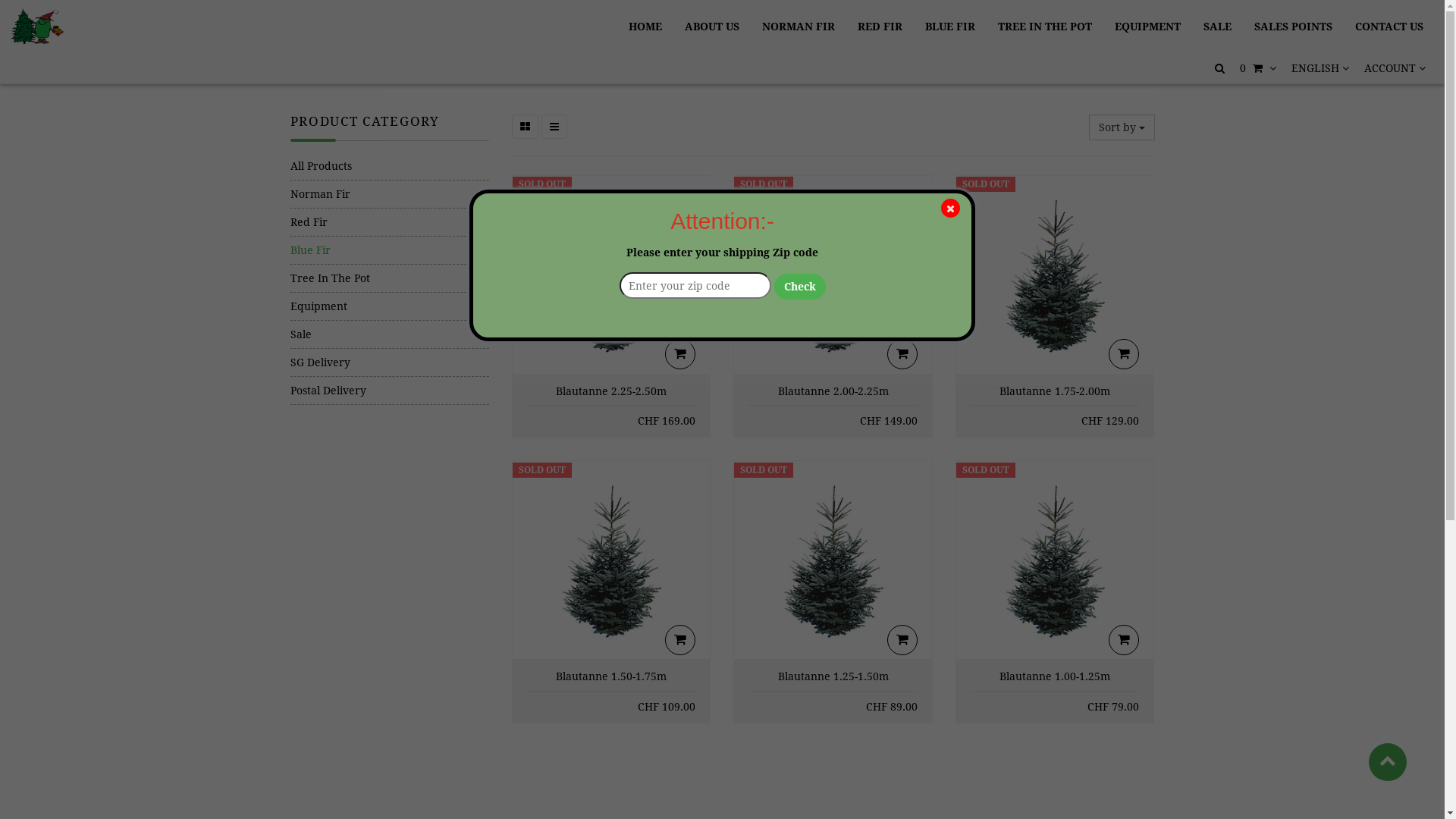 Image resolution: width=1456 pixels, height=819 pixels. I want to click on 'Add to Cart', so click(679, 353).